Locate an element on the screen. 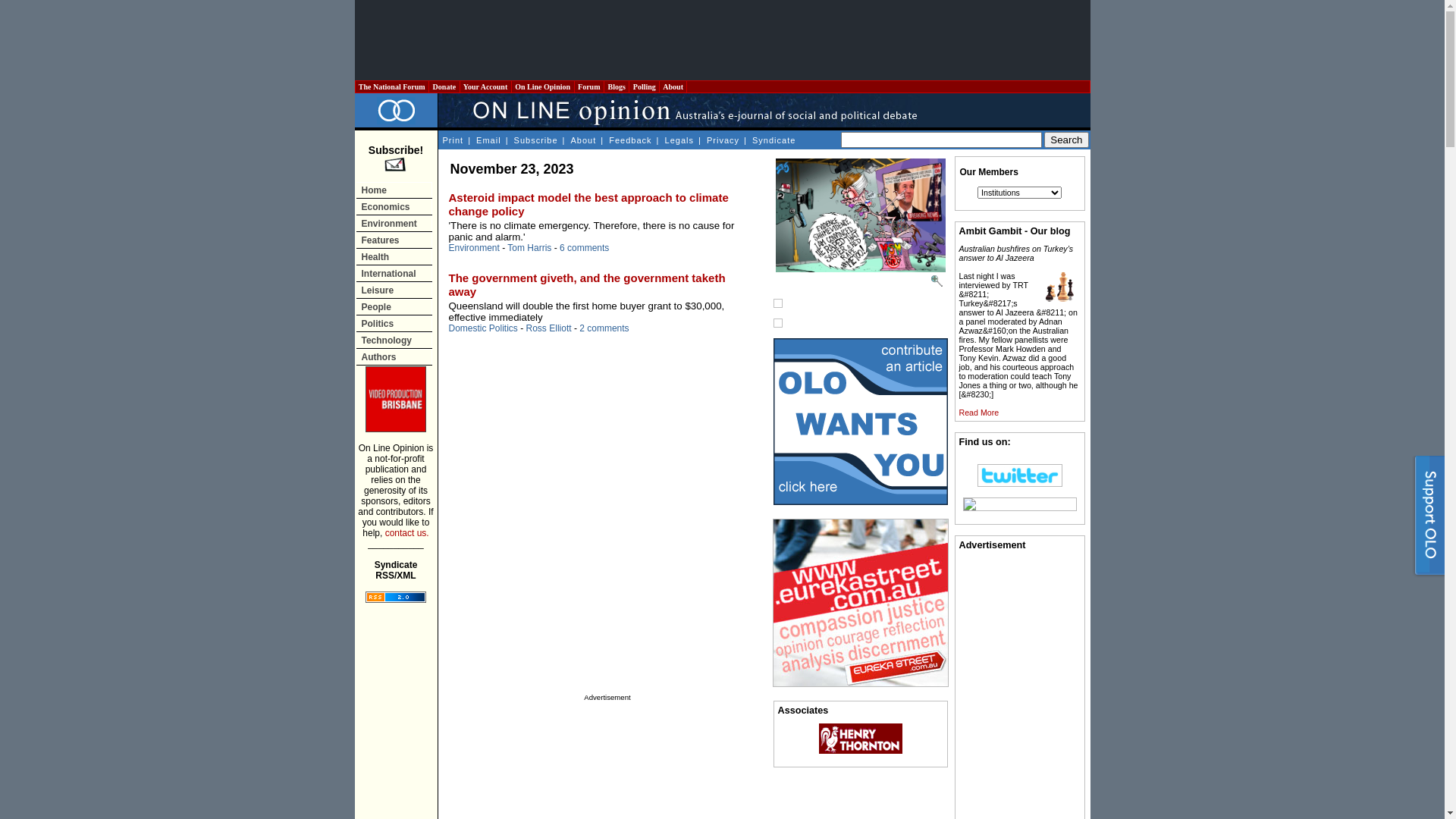 The width and height of the screenshot is (1456, 819). ' Donate ' is located at coordinates (443, 86).